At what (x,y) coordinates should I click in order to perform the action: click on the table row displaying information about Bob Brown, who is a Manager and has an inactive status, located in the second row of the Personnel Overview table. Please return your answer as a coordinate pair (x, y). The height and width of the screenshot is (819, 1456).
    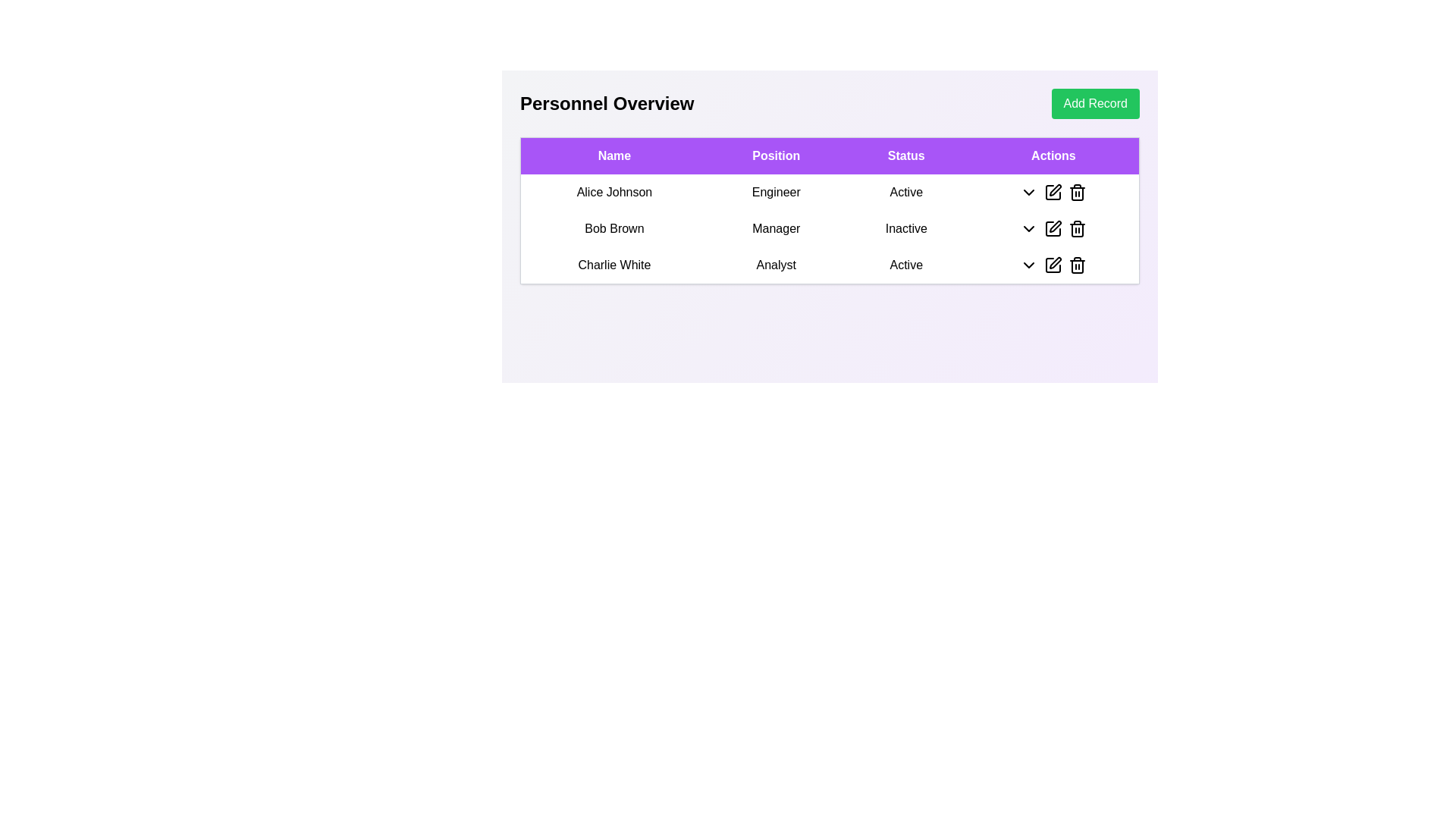
    Looking at the image, I should click on (829, 228).